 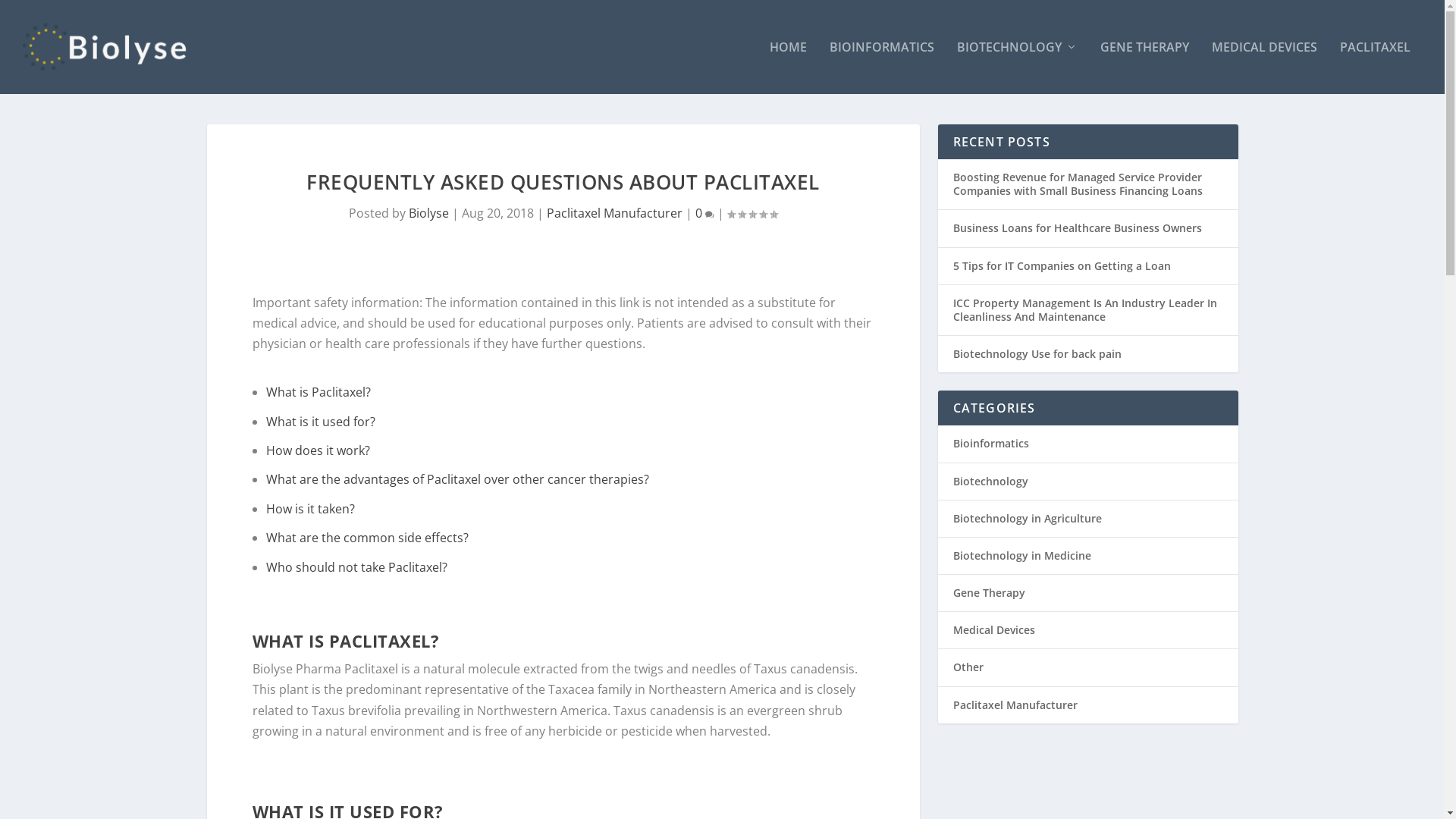 I want to click on 'Biolyse', so click(x=408, y=213).